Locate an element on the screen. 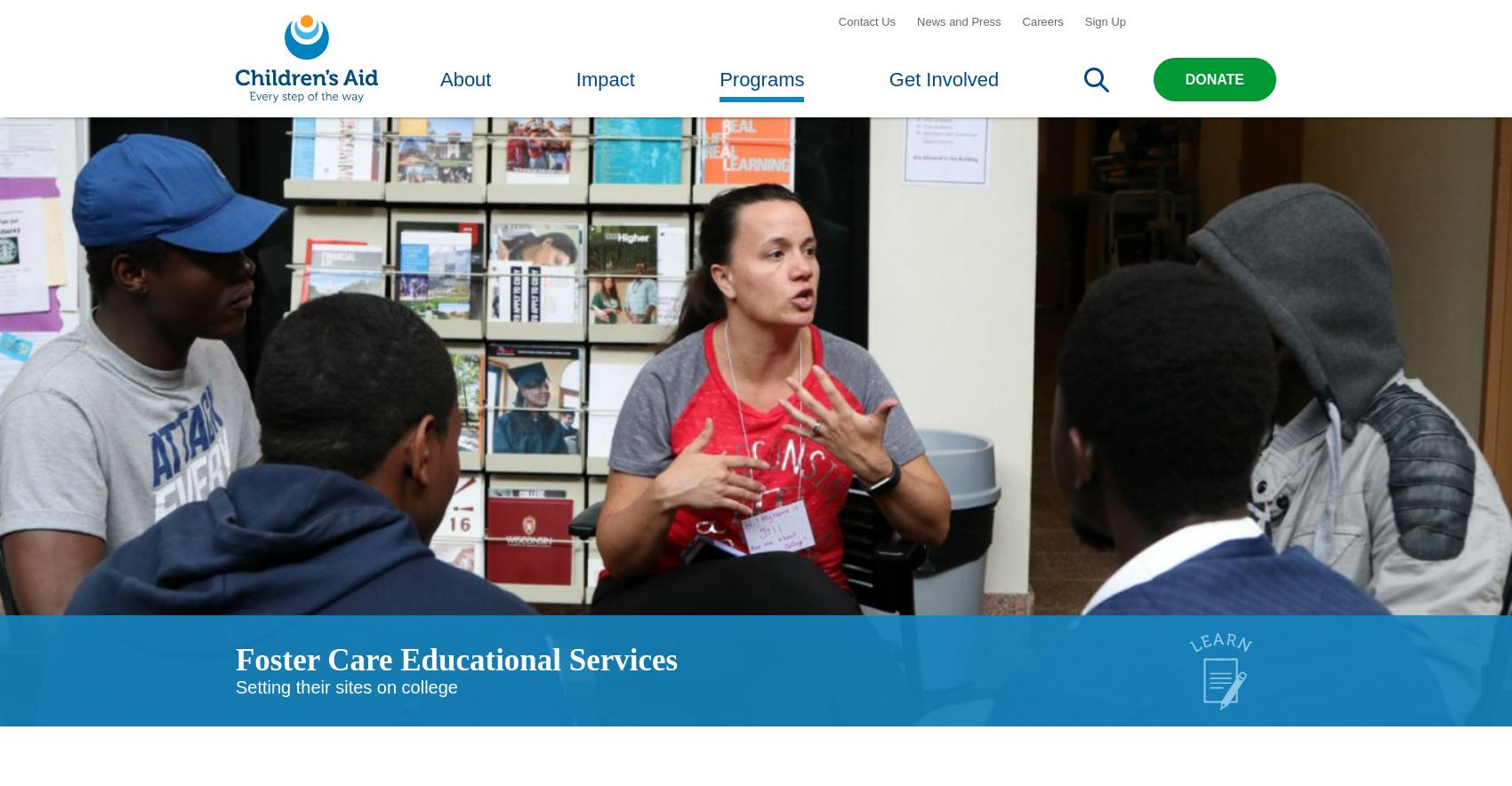 The height and width of the screenshot is (786, 1512). 'About' is located at coordinates (440, 91).